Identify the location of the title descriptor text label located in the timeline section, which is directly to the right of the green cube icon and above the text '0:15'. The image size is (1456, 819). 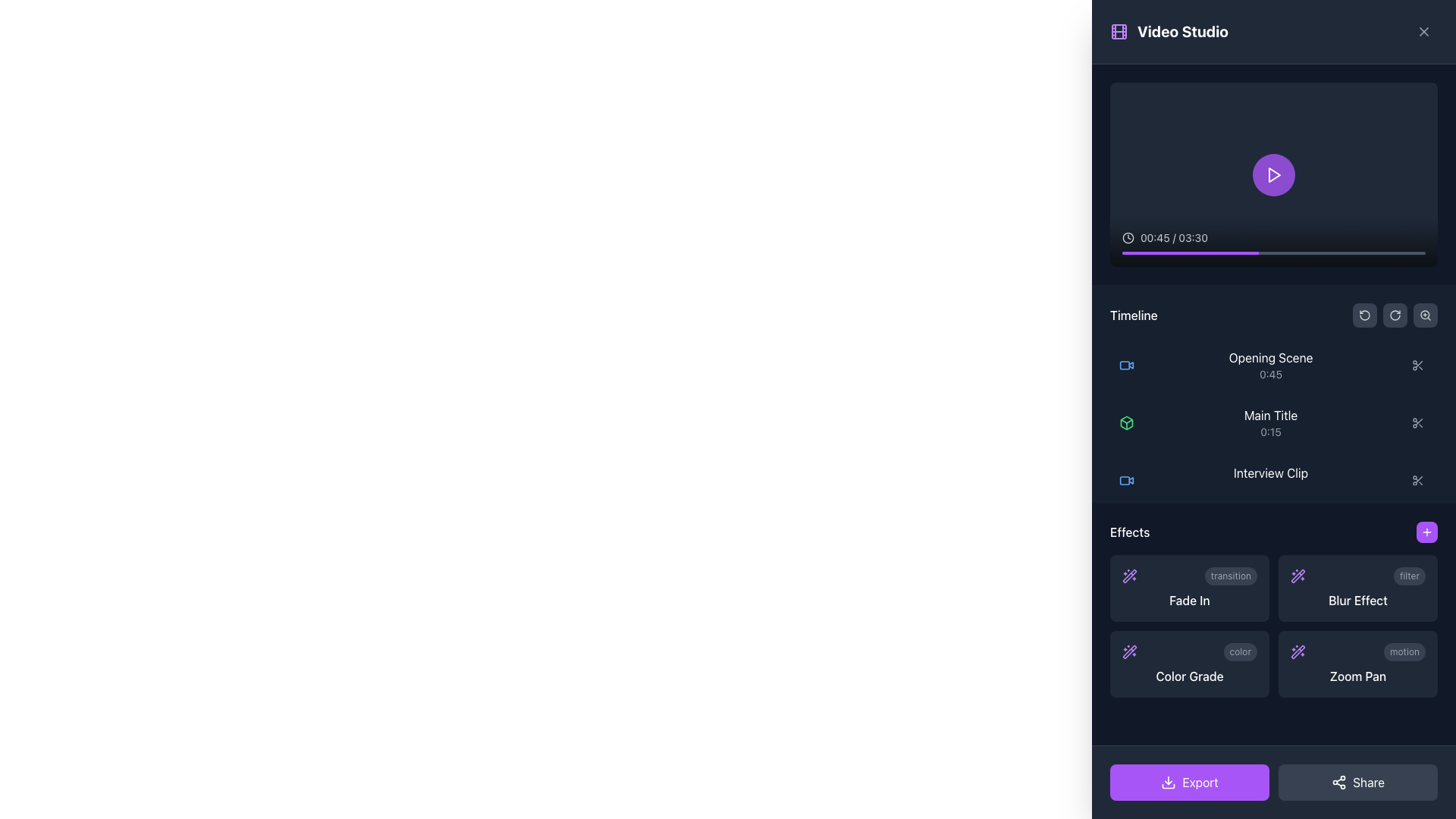
(1270, 415).